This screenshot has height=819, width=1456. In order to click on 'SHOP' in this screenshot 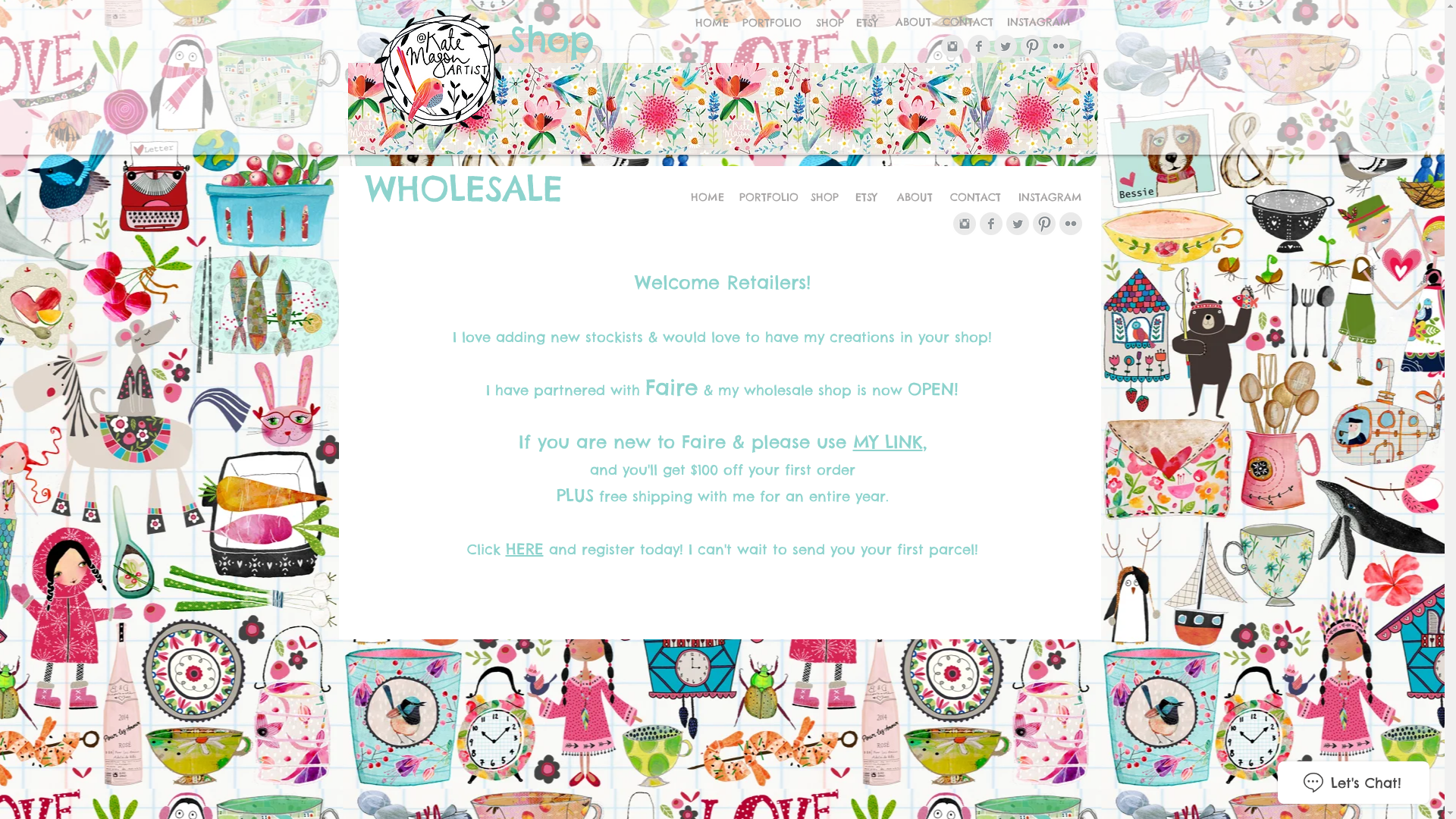, I will do `click(824, 197)`.